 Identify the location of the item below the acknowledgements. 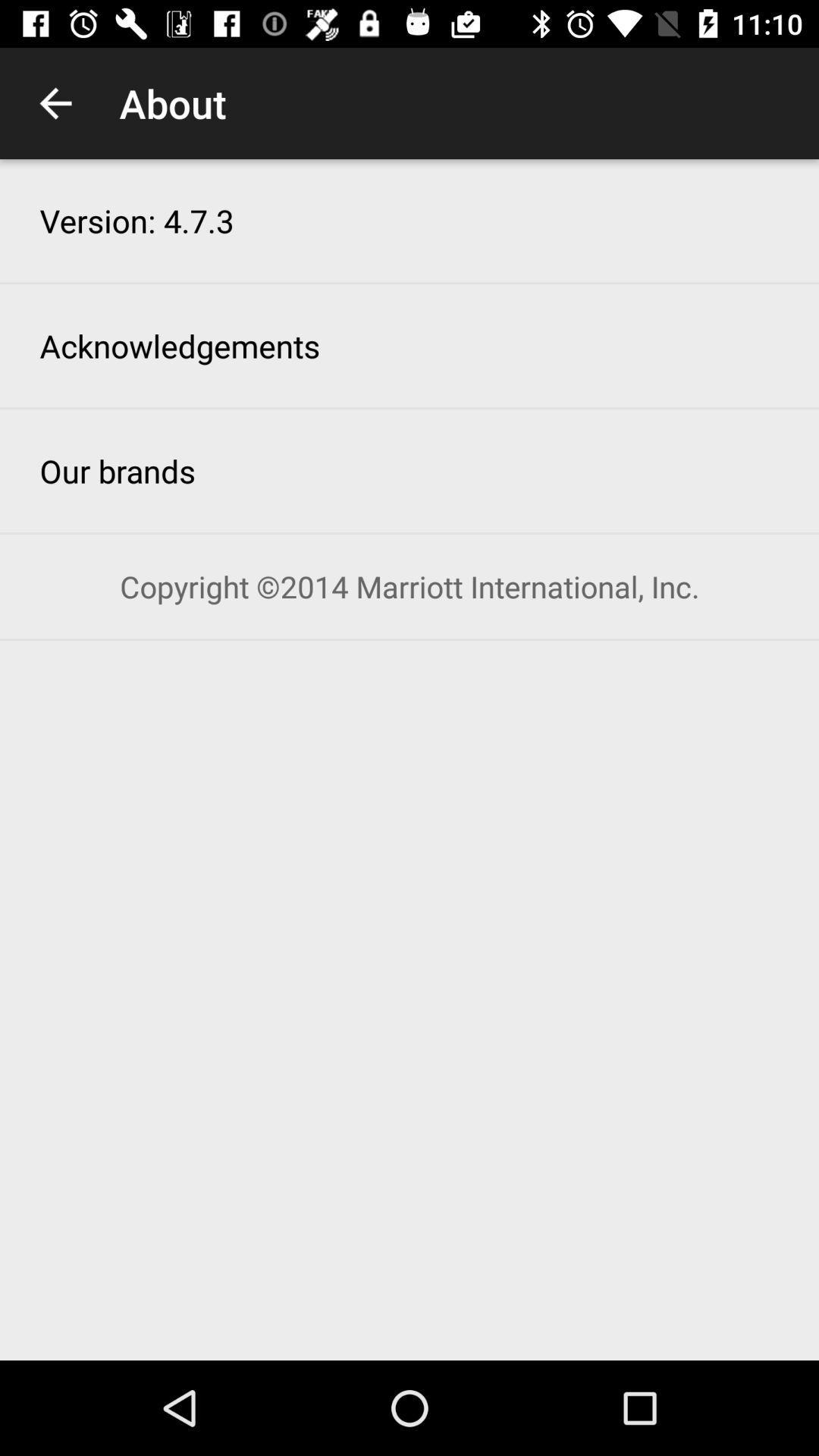
(117, 469).